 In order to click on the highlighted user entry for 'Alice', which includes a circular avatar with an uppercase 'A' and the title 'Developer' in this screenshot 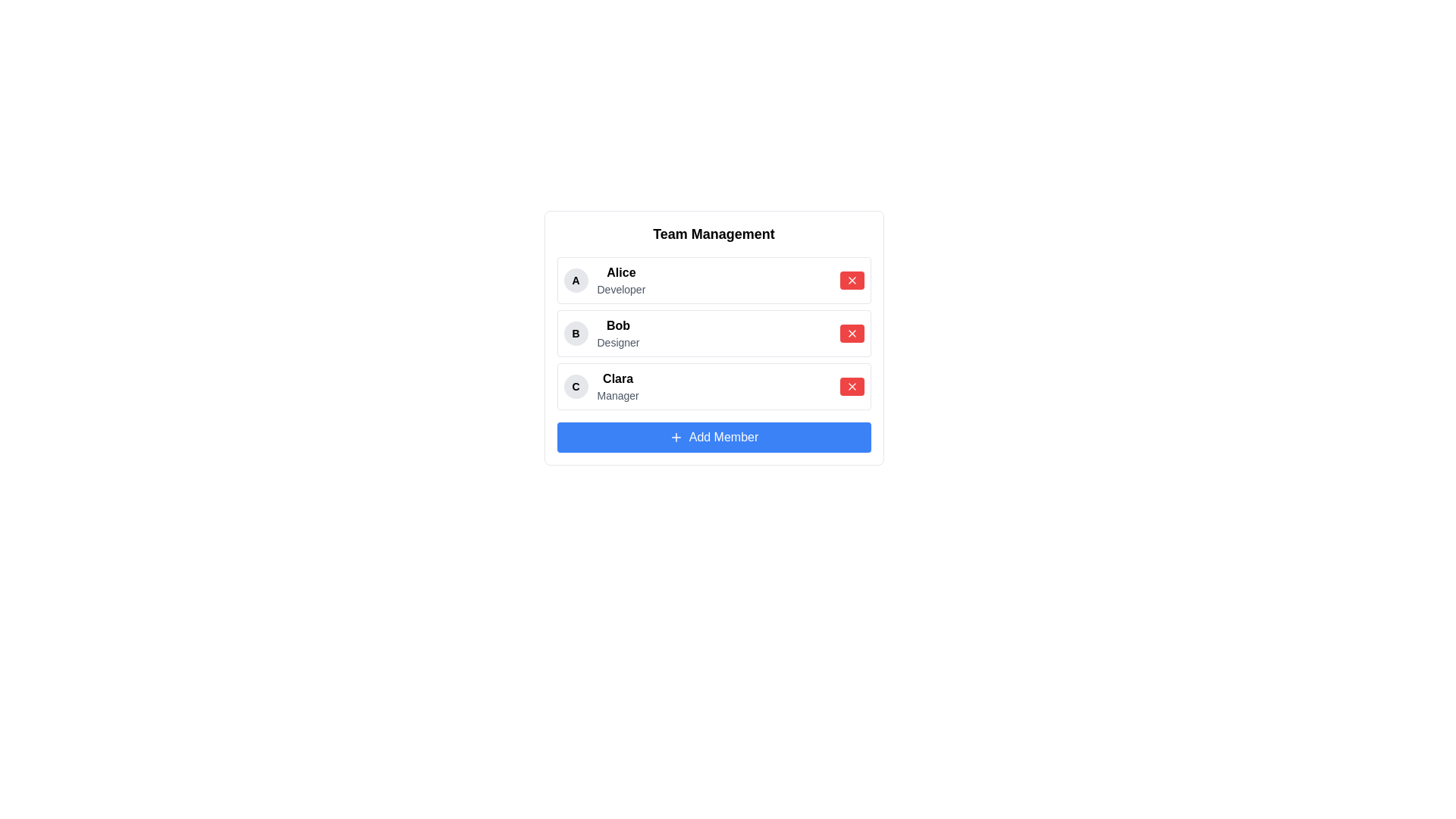, I will do `click(604, 281)`.